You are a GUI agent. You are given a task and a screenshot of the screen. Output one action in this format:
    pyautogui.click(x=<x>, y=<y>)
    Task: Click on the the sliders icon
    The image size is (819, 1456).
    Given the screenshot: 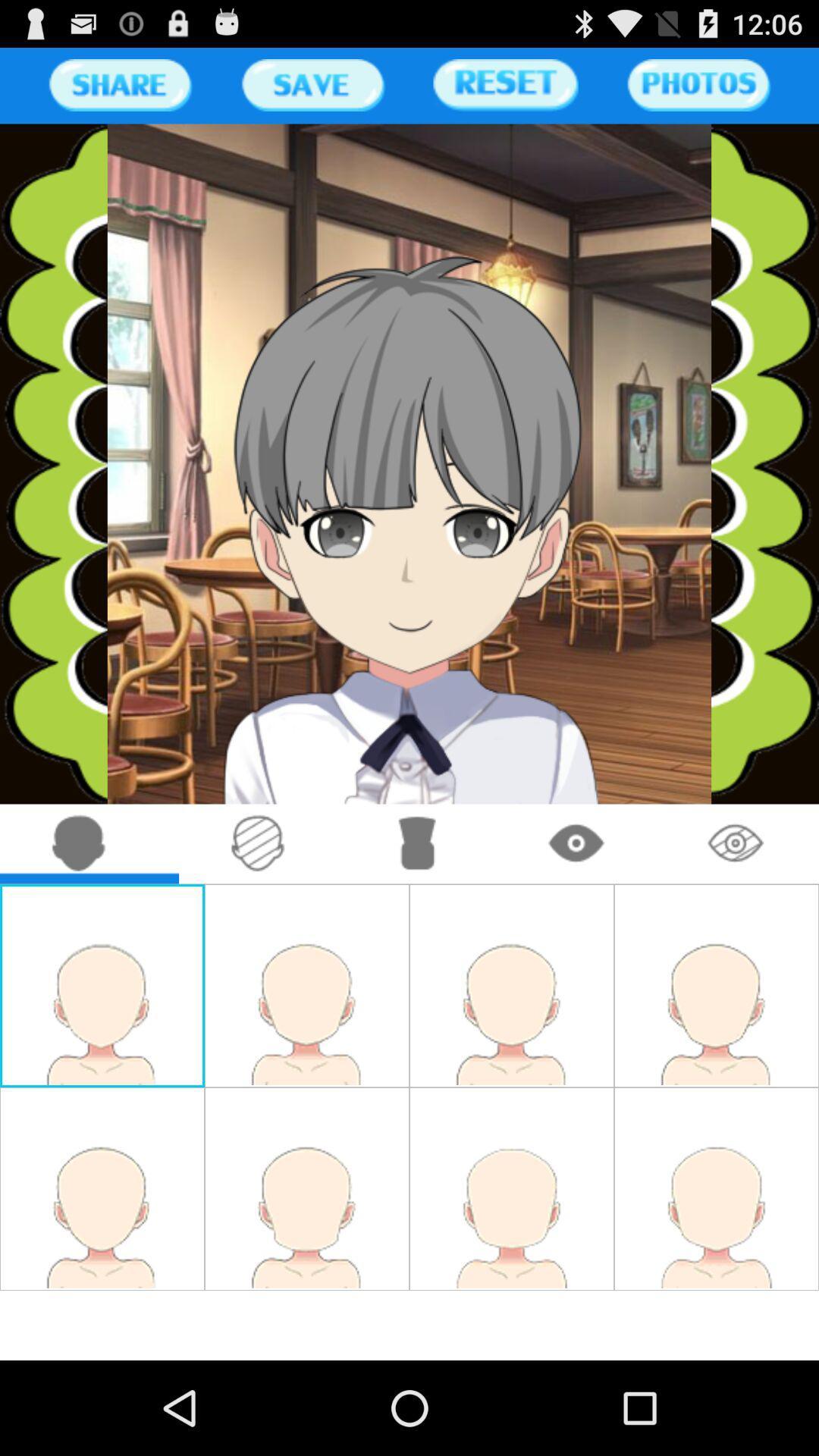 What is the action you would take?
    pyautogui.click(x=312, y=90)
    